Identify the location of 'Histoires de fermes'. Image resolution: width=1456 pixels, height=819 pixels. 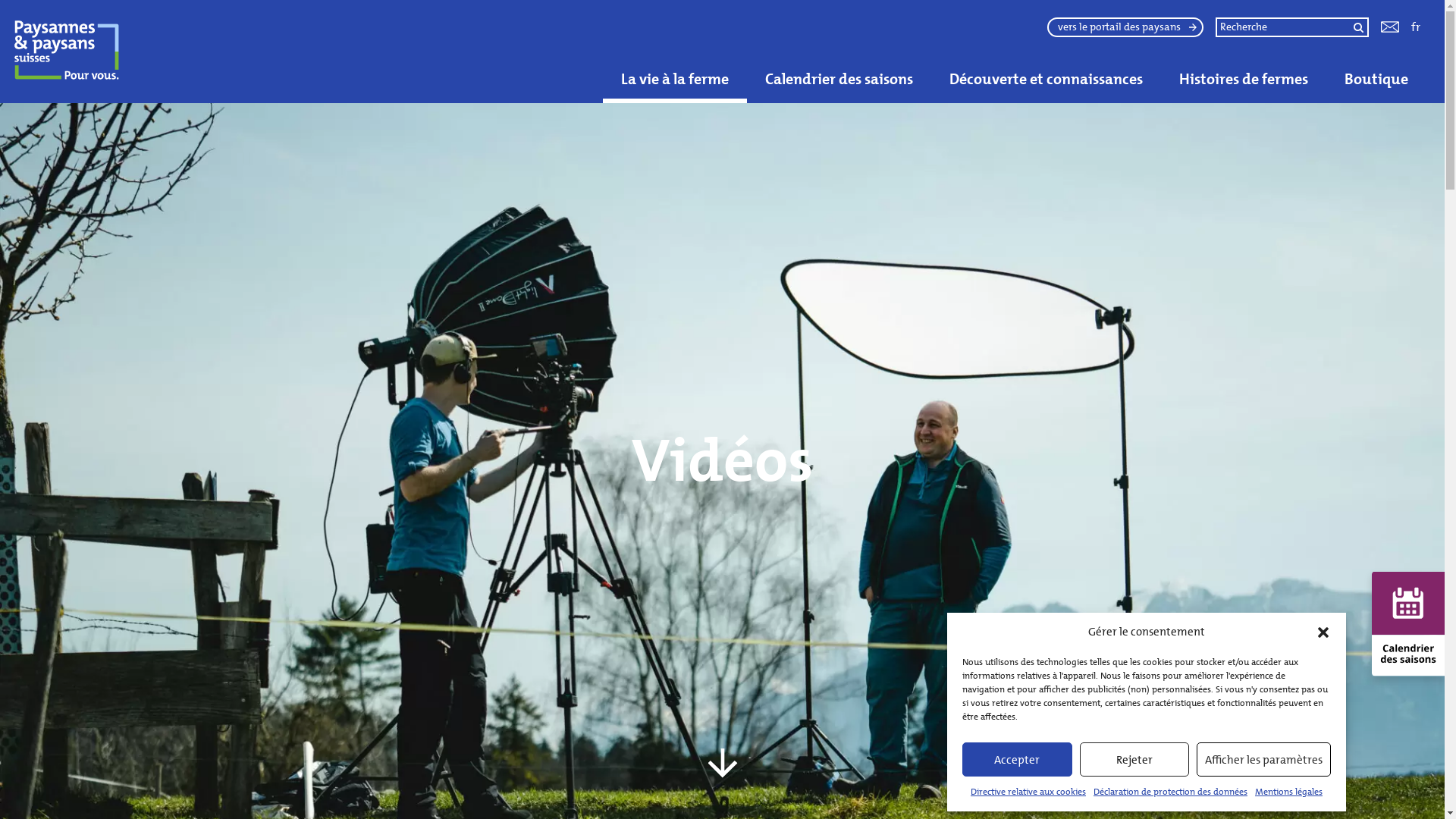
(1244, 79).